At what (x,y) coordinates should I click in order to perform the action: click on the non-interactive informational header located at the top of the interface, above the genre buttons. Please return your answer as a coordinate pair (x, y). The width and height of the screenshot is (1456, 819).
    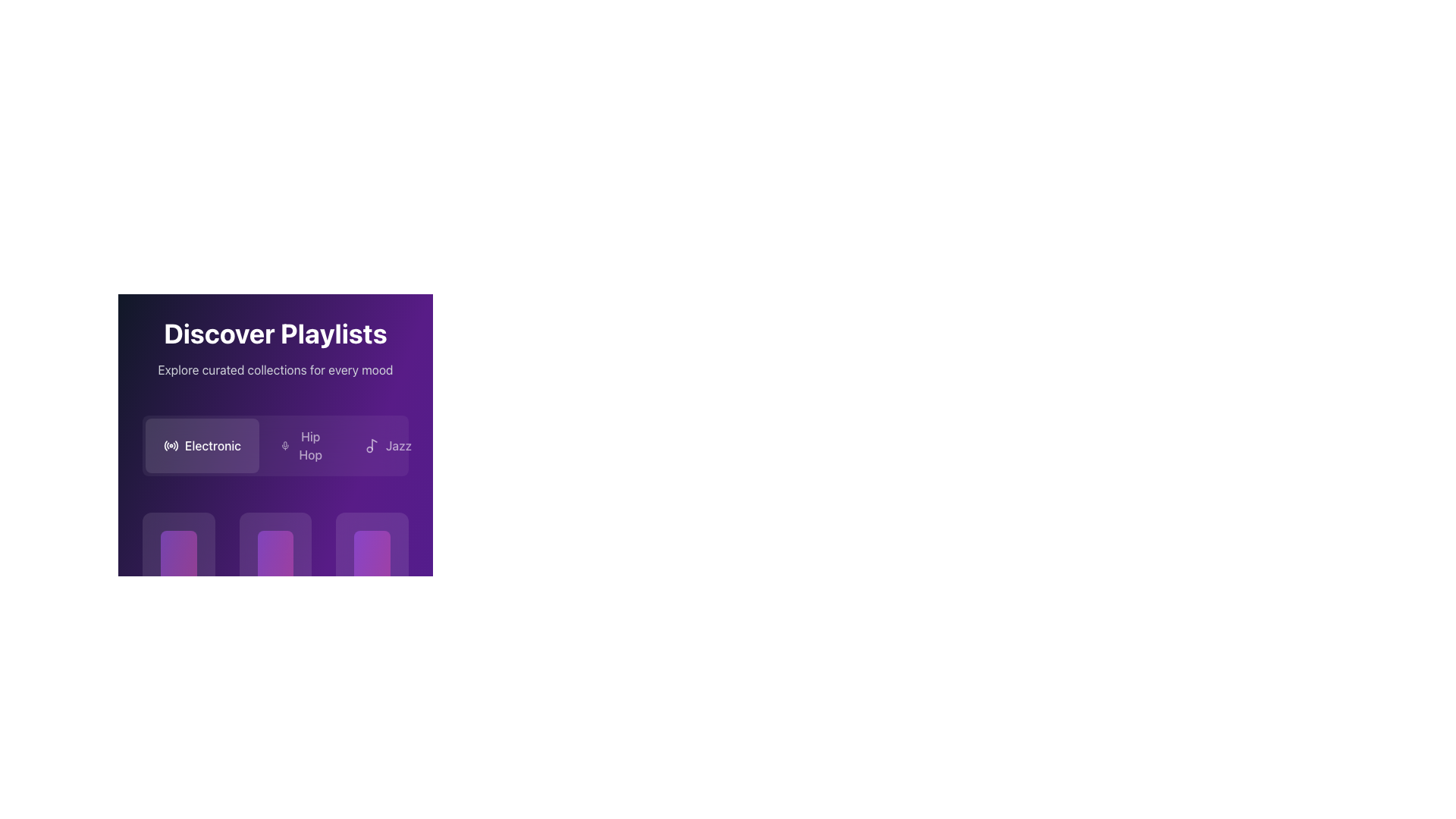
    Looking at the image, I should click on (275, 348).